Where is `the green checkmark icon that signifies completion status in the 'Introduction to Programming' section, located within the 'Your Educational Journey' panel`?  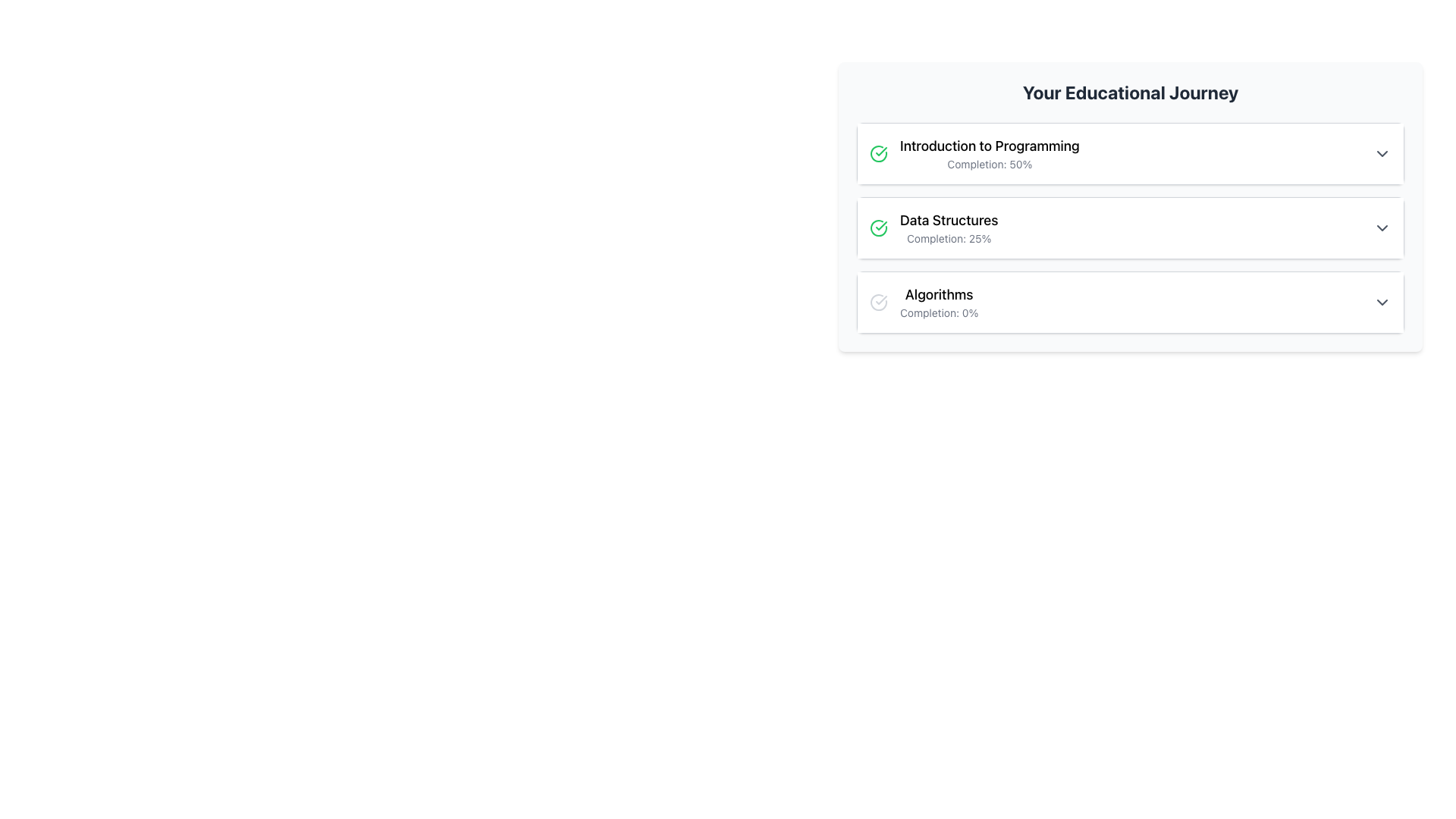 the green checkmark icon that signifies completion status in the 'Introduction to Programming' section, located within the 'Your Educational Journey' panel is located at coordinates (881, 225).